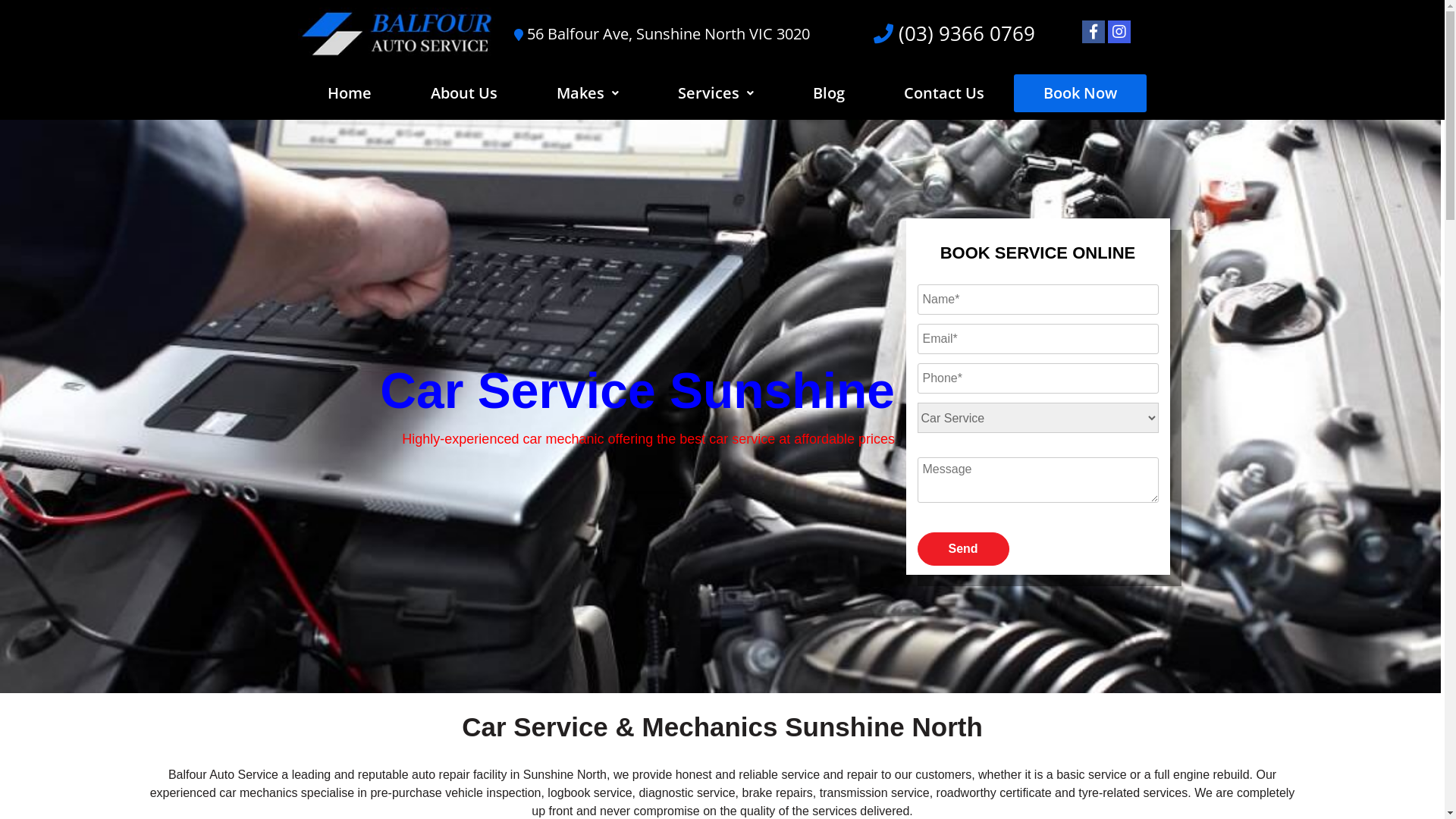 Image resolution: width=1456 pixels, height=819 pixels. I want to click on 'Services', so click(715, 93).